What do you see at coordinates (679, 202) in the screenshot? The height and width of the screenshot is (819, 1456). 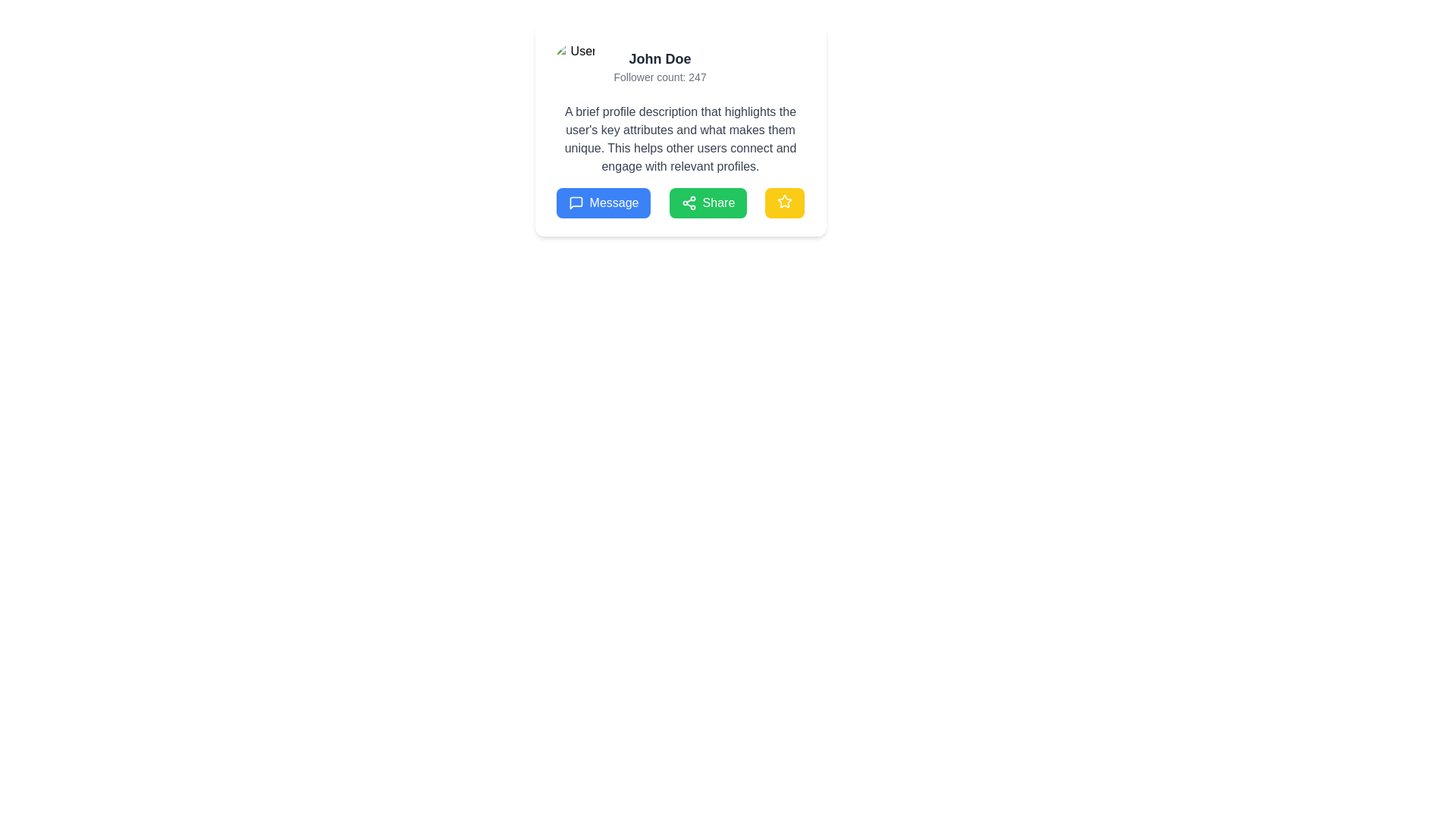 I see `the green 'Share' button located between the 'Message' button and a yellow star button at the bottom of the card` at bounding box center [679, 202].